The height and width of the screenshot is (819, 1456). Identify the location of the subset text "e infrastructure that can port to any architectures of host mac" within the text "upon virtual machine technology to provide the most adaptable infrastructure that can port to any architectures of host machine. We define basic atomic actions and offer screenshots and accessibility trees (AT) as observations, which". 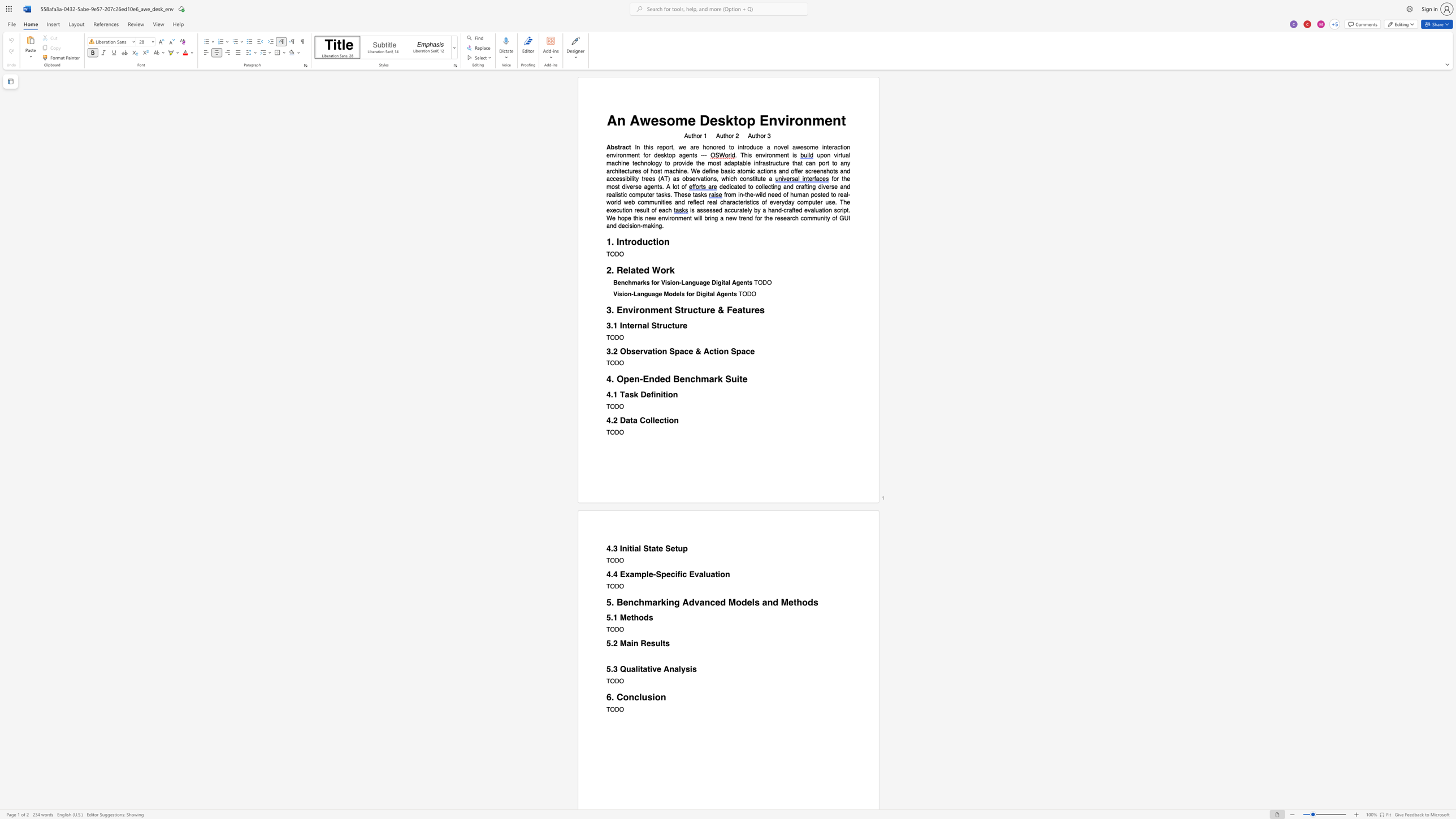
(747, 162).